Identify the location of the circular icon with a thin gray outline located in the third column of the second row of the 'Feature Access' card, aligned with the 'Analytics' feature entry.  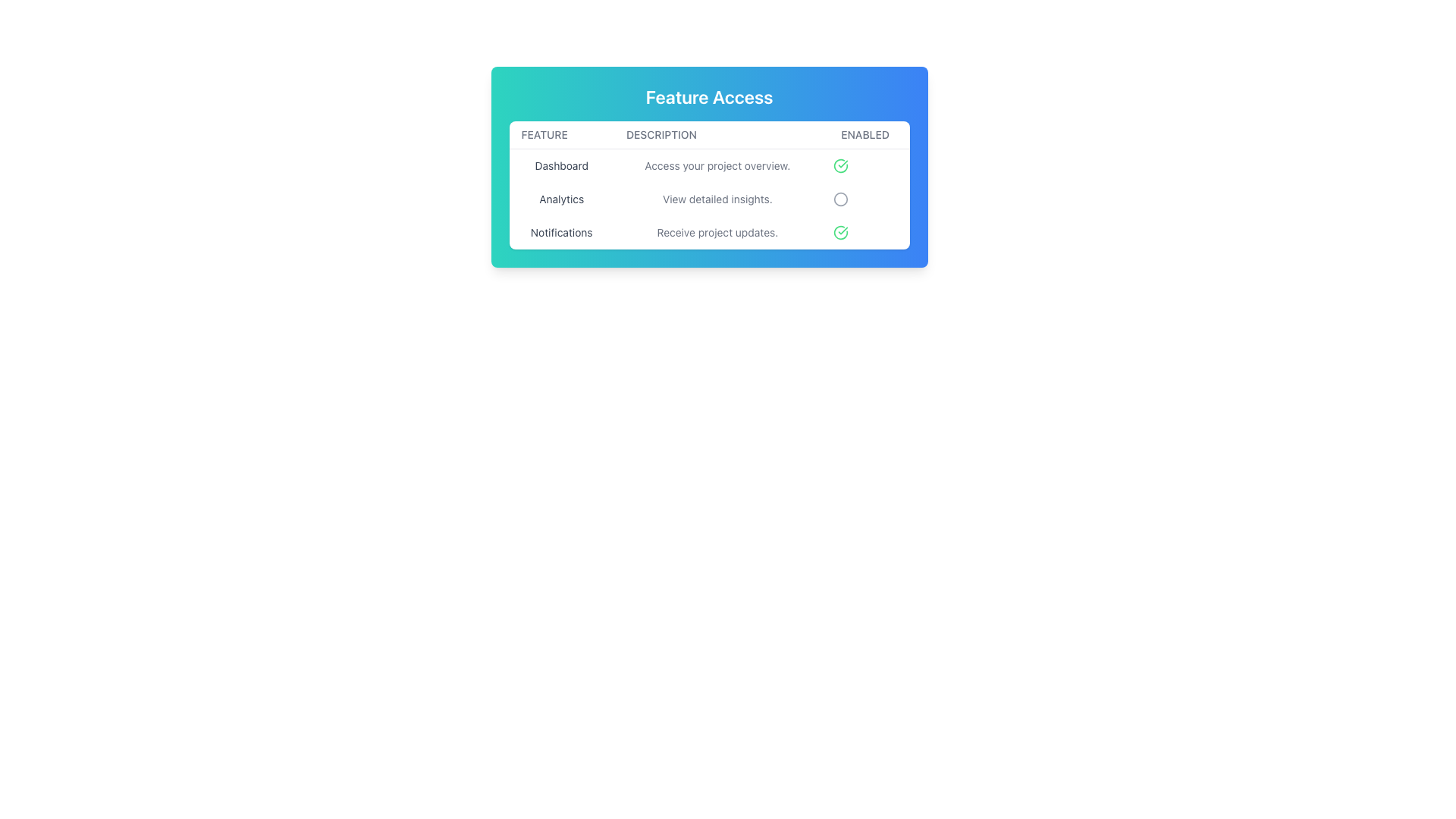
(839, 198).